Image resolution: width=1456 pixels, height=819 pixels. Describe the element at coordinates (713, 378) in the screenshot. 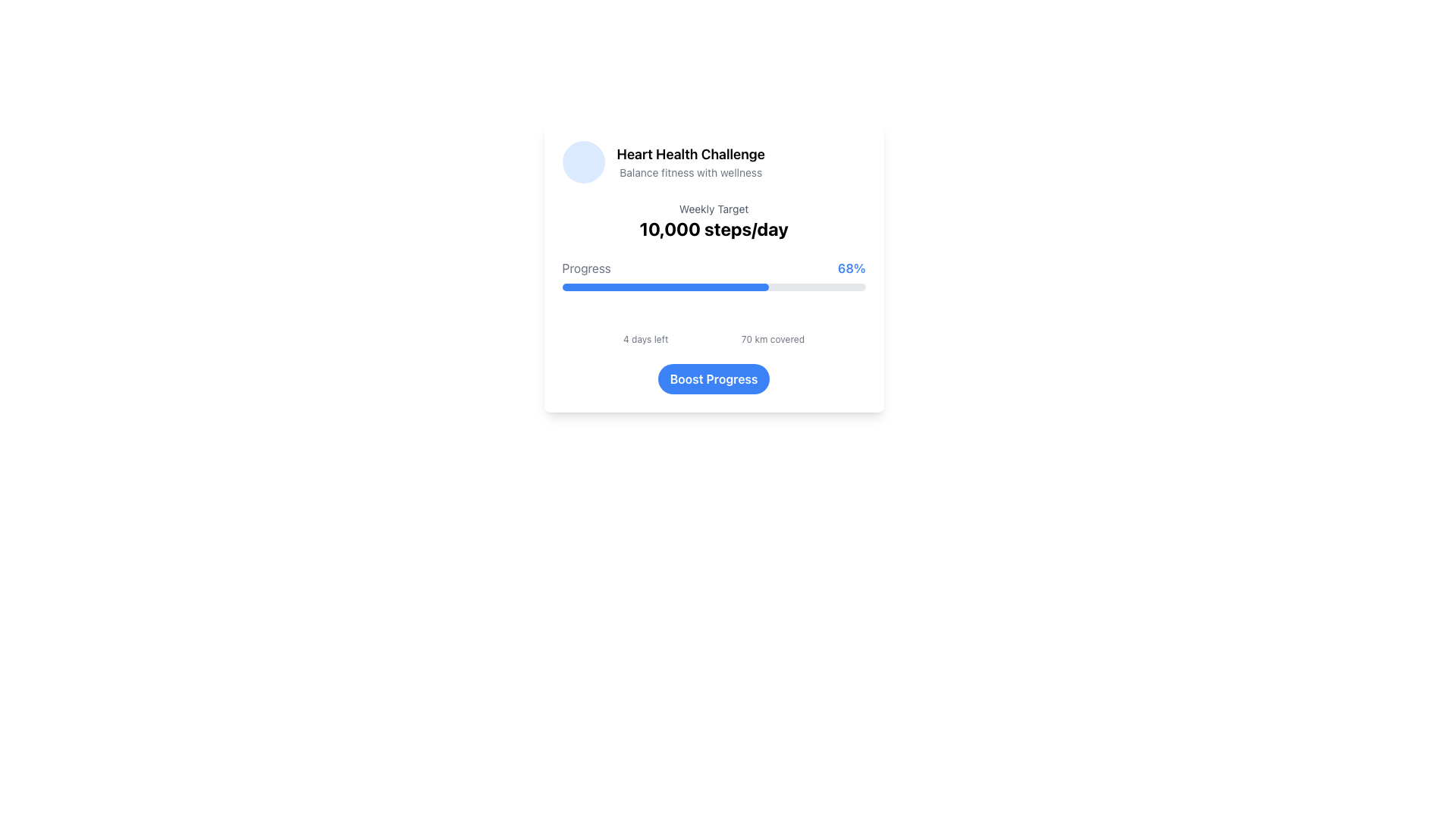

I see `the button intended to trigger an action related to boosting the progress of the goal or challenge displayed in the associated card` at that location.